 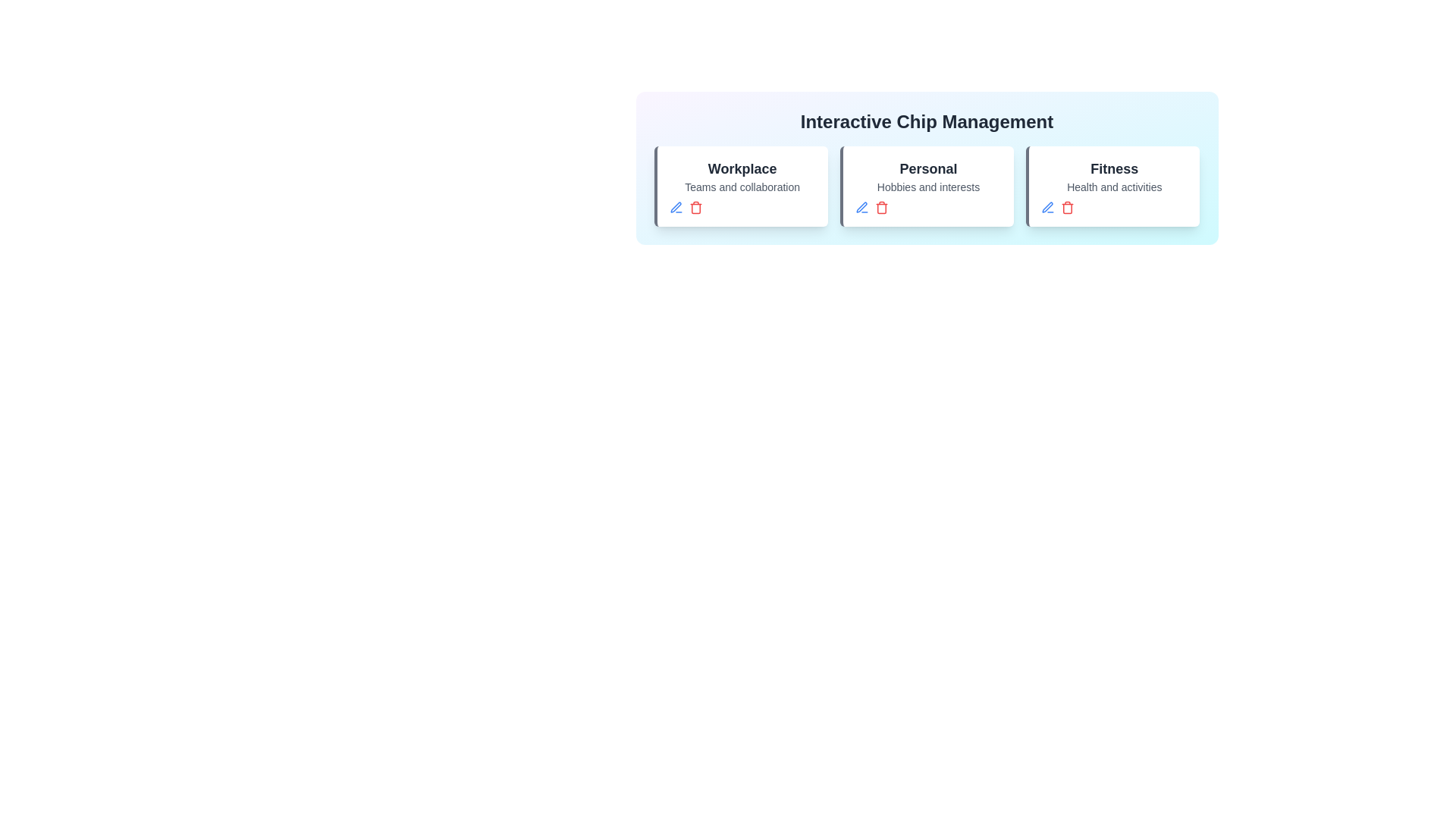 What do you see at coordinates (861, 207) in the screenshot?
I see `'Edit' button for the chip identified by Personal` at bounding box center [861, 207].